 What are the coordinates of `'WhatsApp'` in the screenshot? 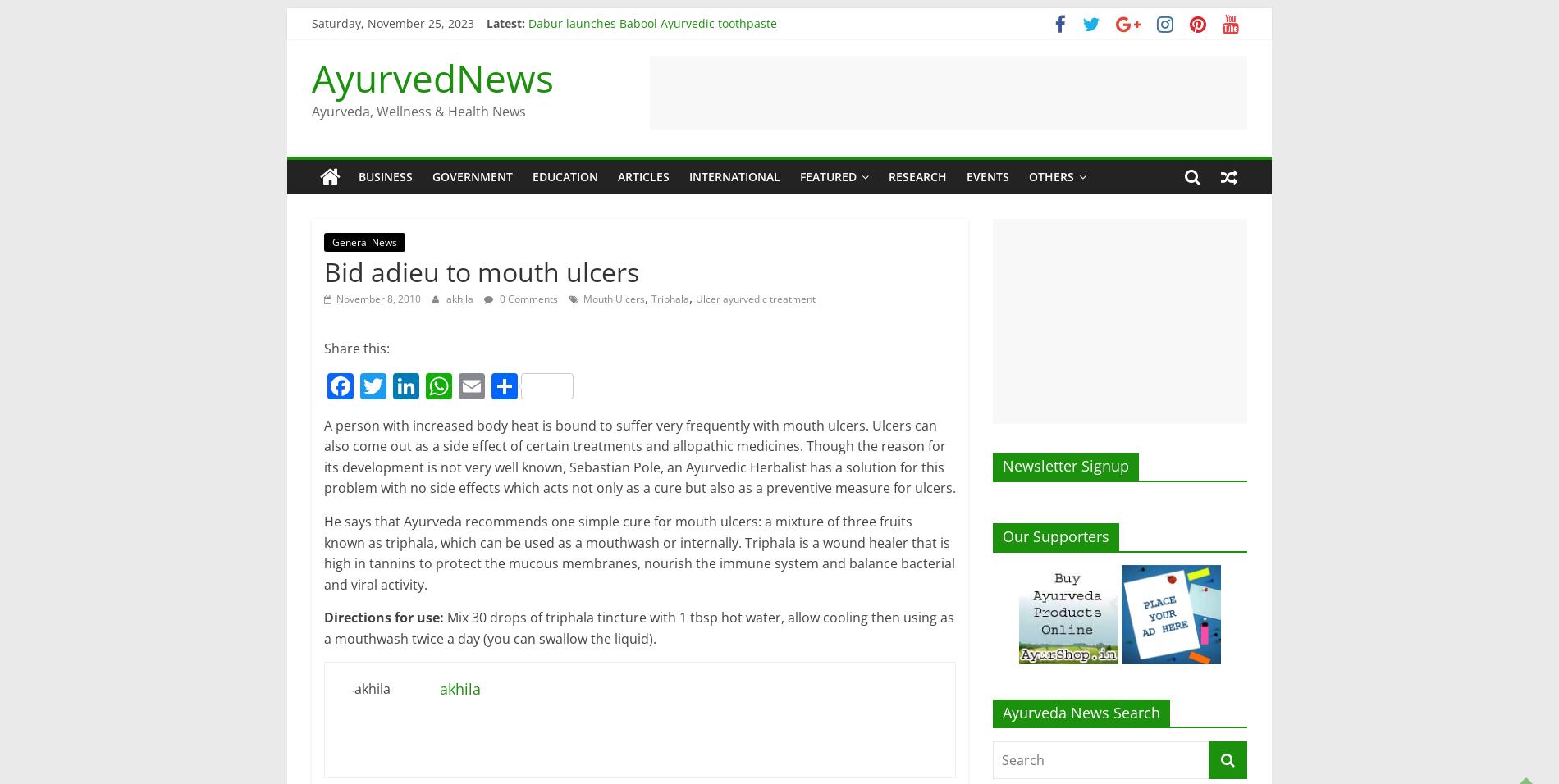 It's located at (452, 463).